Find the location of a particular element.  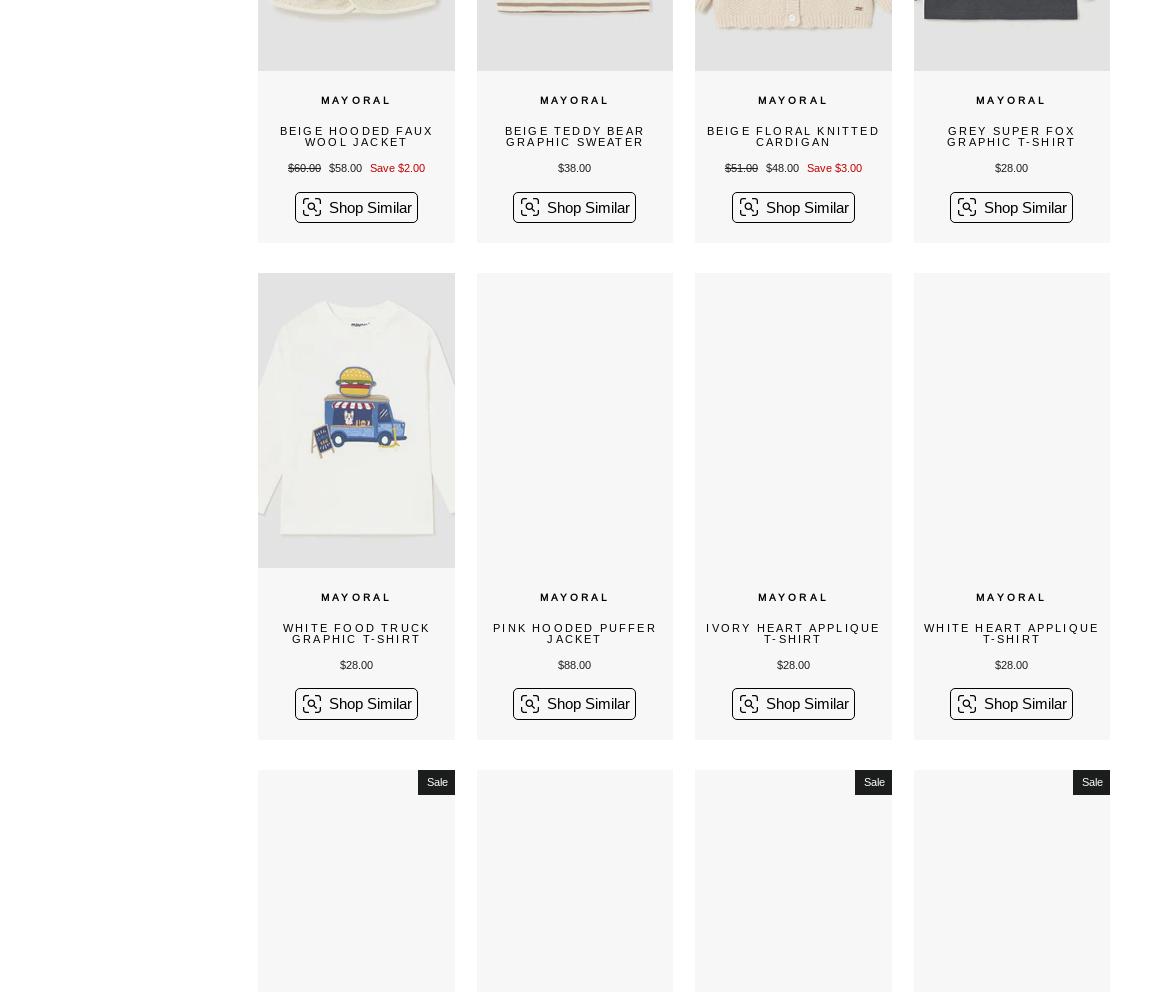

'$48.00' is located at coordinates (763, 167).